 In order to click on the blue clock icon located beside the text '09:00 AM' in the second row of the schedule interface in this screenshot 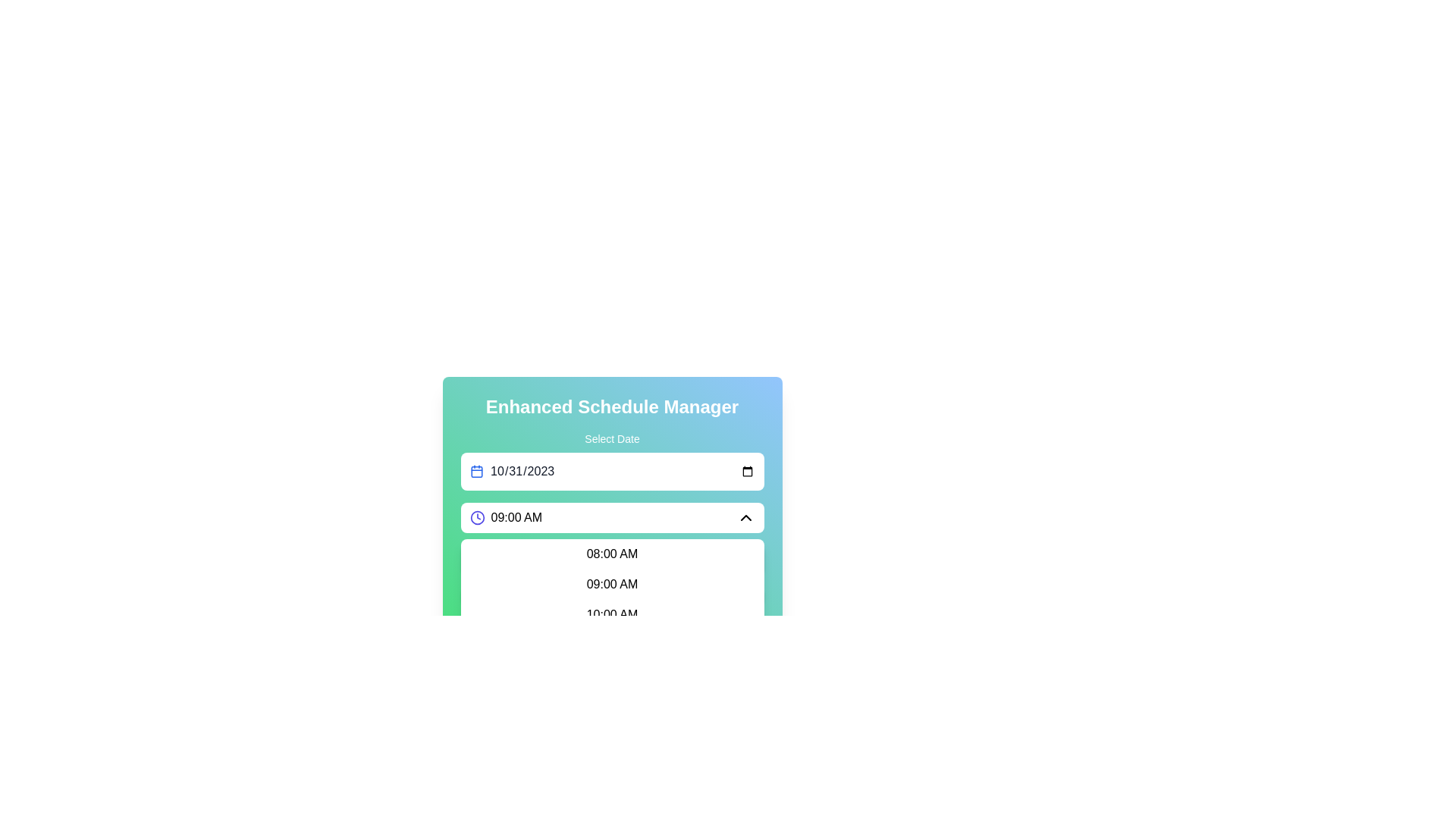, I will do `click(476, 516)`.